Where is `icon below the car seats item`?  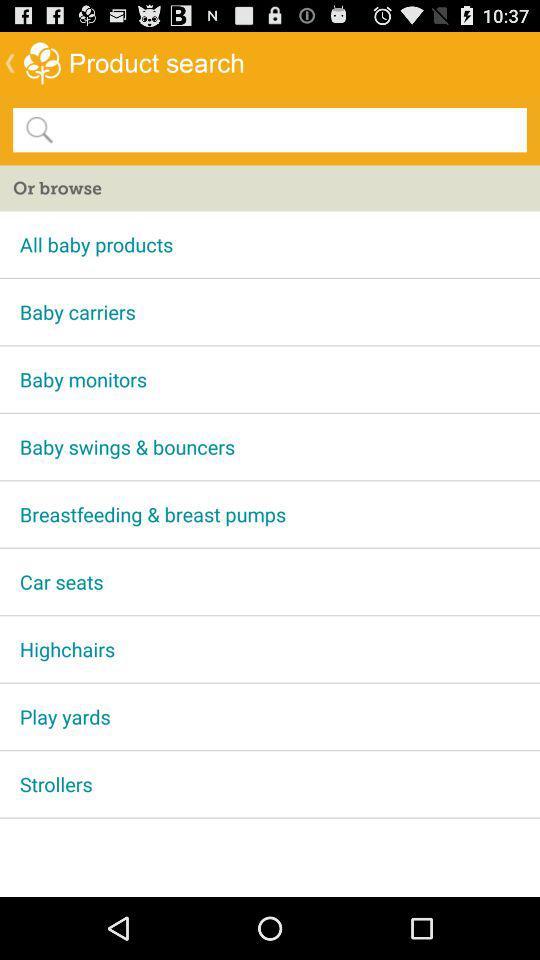
icon below the car seats item is located at coordinates (270, 648).